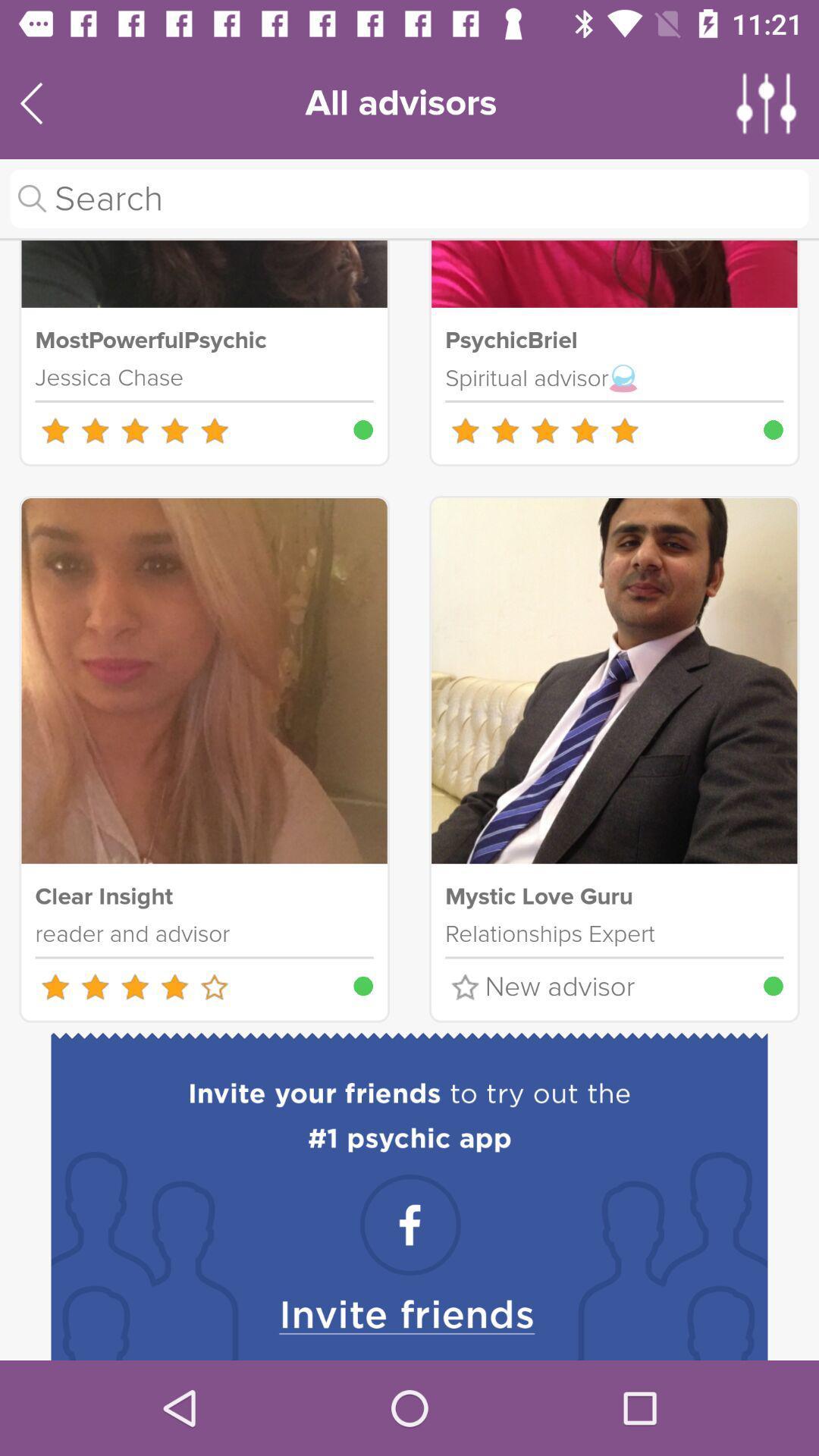  Describe the element at coordinates (409, 198) in the screenshot. I see `search` at that location.